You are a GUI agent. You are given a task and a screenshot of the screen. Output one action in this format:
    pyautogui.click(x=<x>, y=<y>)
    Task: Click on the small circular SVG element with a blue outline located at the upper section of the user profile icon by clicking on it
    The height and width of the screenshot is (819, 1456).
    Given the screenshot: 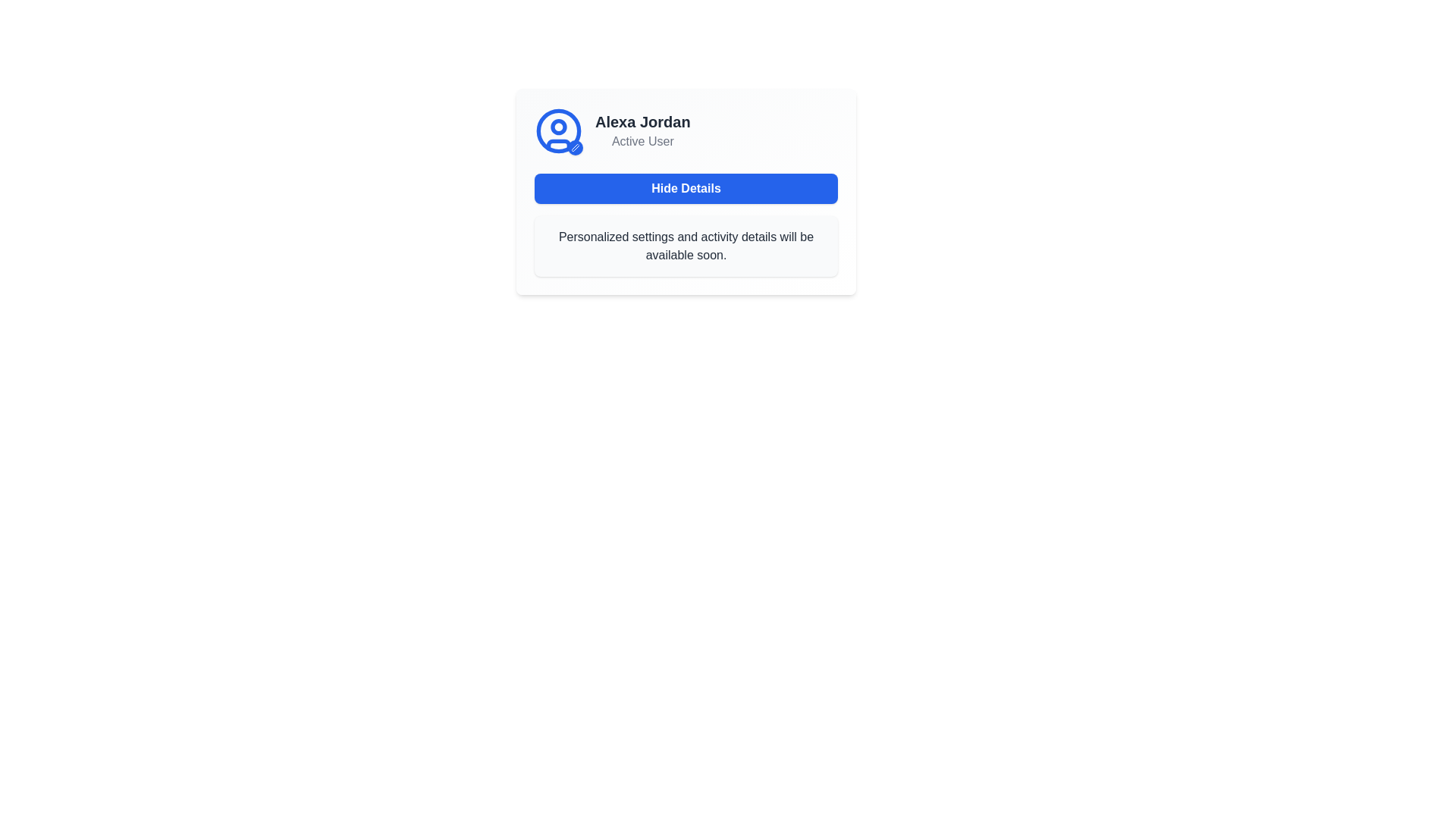 What is the action you would take?
    pyautogui.click(x=558, y=125)
    